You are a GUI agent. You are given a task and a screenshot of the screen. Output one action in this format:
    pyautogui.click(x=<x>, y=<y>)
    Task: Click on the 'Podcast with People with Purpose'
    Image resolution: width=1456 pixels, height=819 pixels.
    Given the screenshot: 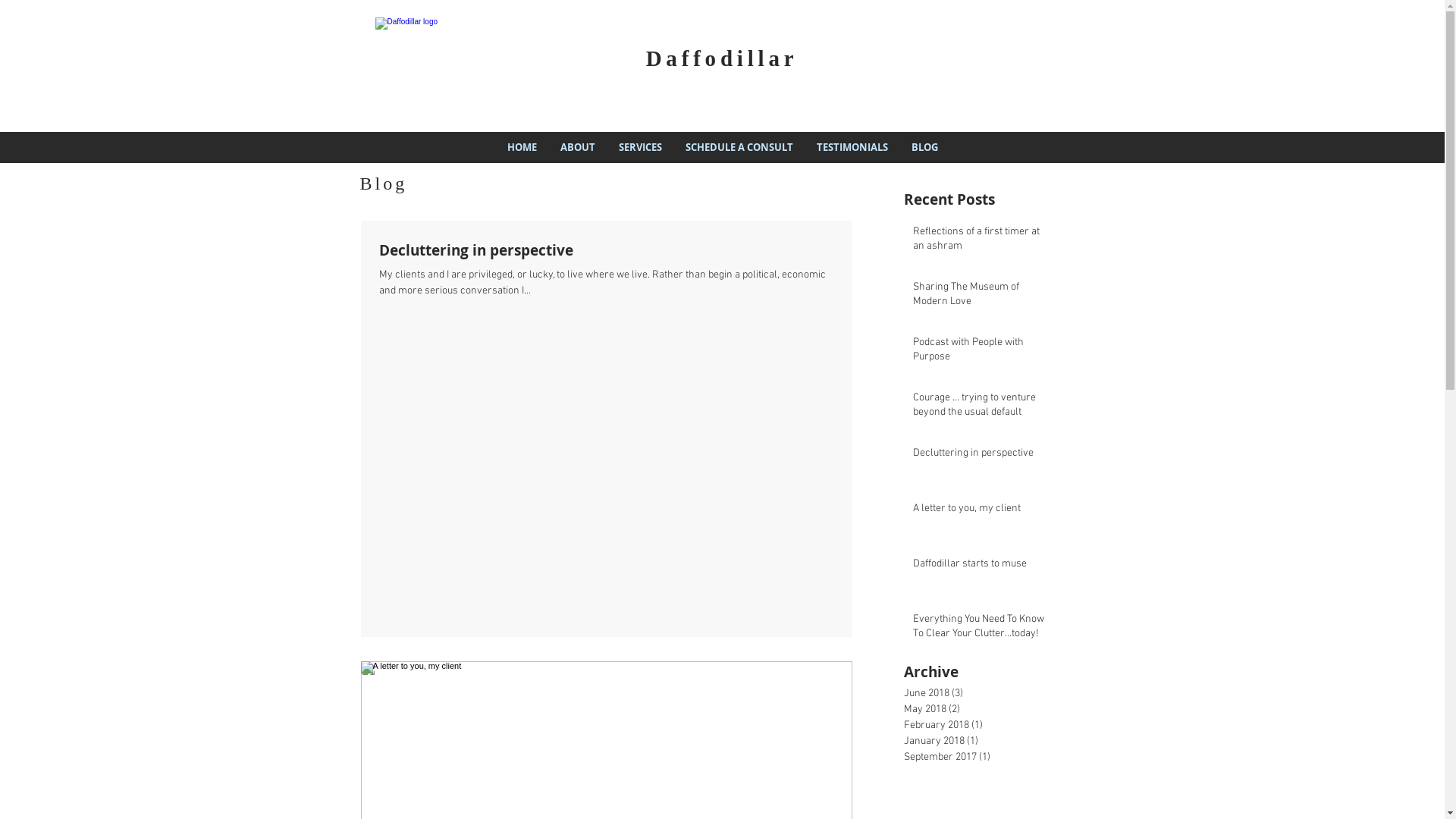 What is the action you would take?
    pyautogui.click(x=982, y=353)
    